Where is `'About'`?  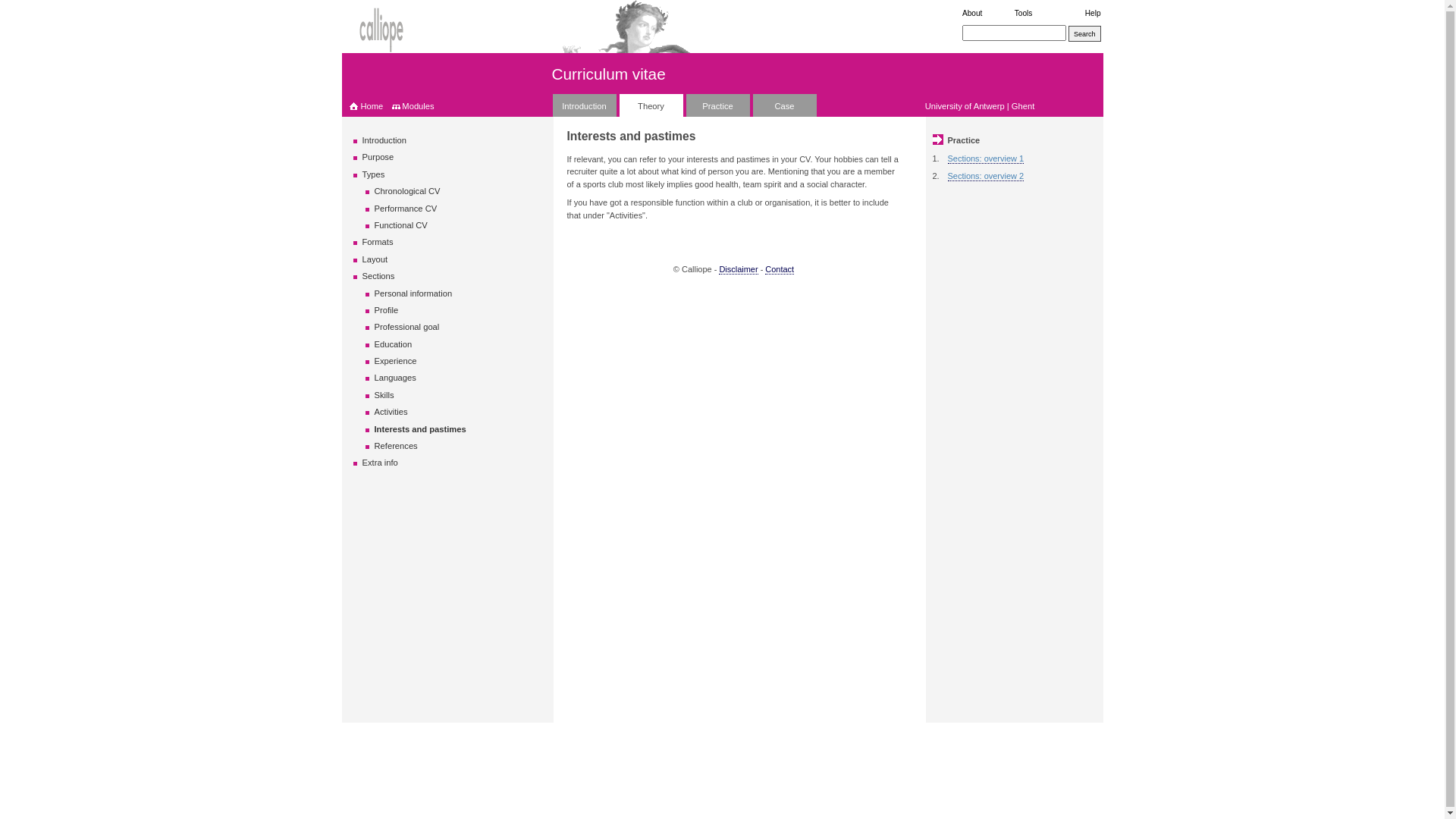 'About' is located at coordinates (971, 13).